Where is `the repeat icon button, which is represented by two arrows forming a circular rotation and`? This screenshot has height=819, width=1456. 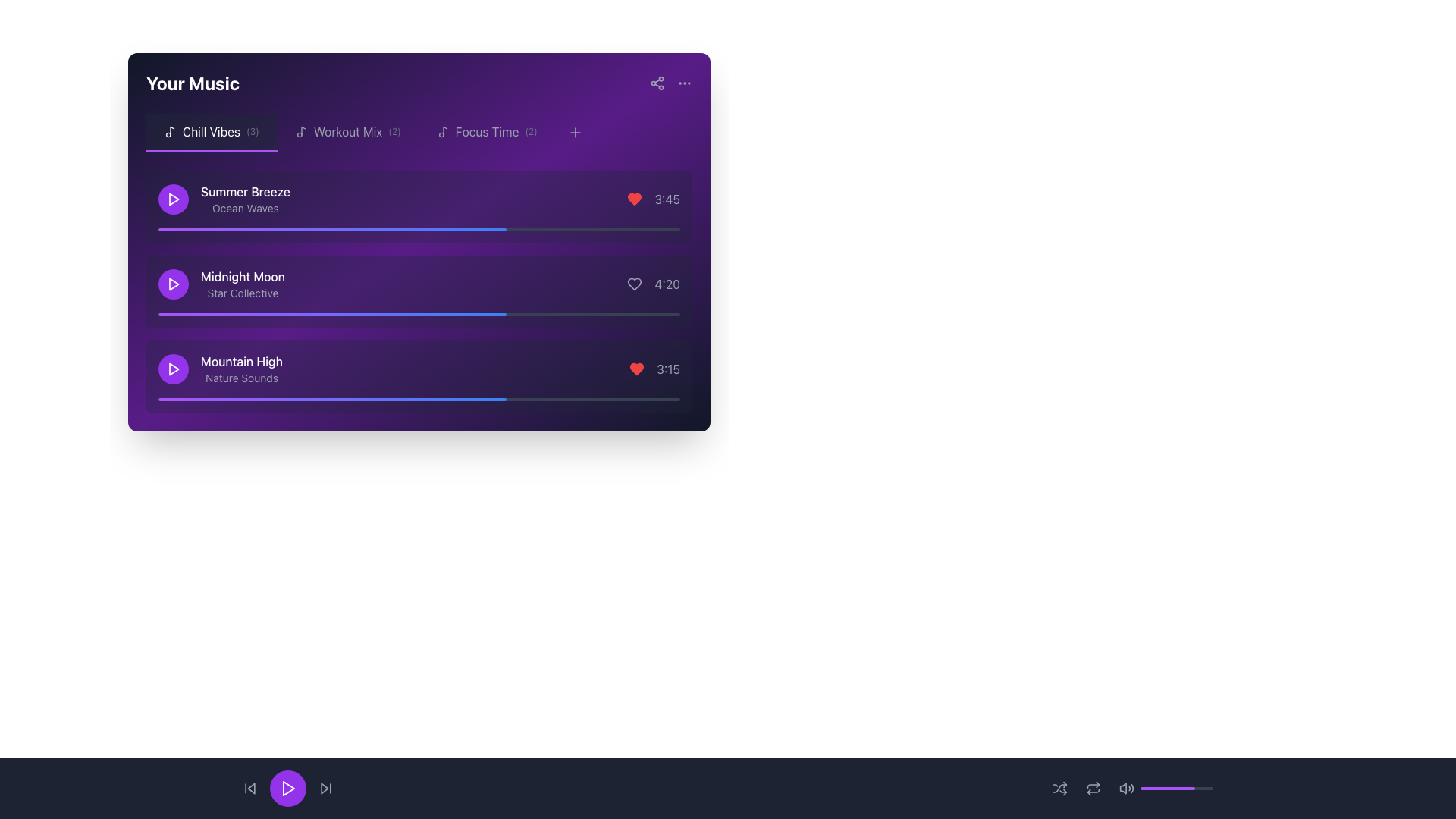
the repeat icon button, which is represented by two arrows forming a circular rotation and is located at coordinates (1093, 788).